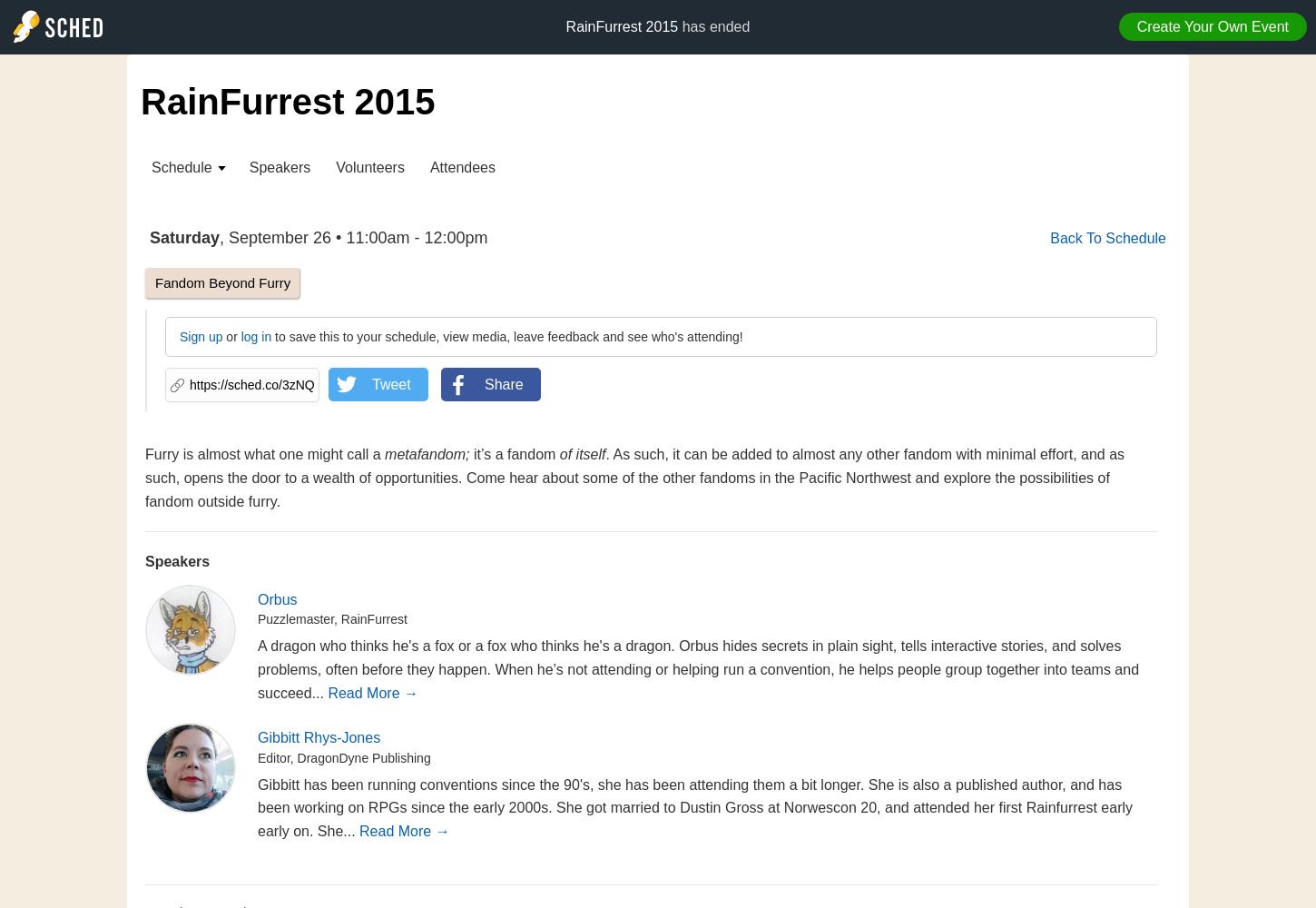 This screenshot has height=908, width=1316. What do you see at coordinates (222, 282) in the screenshot?
I see `'Fandom Beyond Furry'` at bounding box center [222, 282].